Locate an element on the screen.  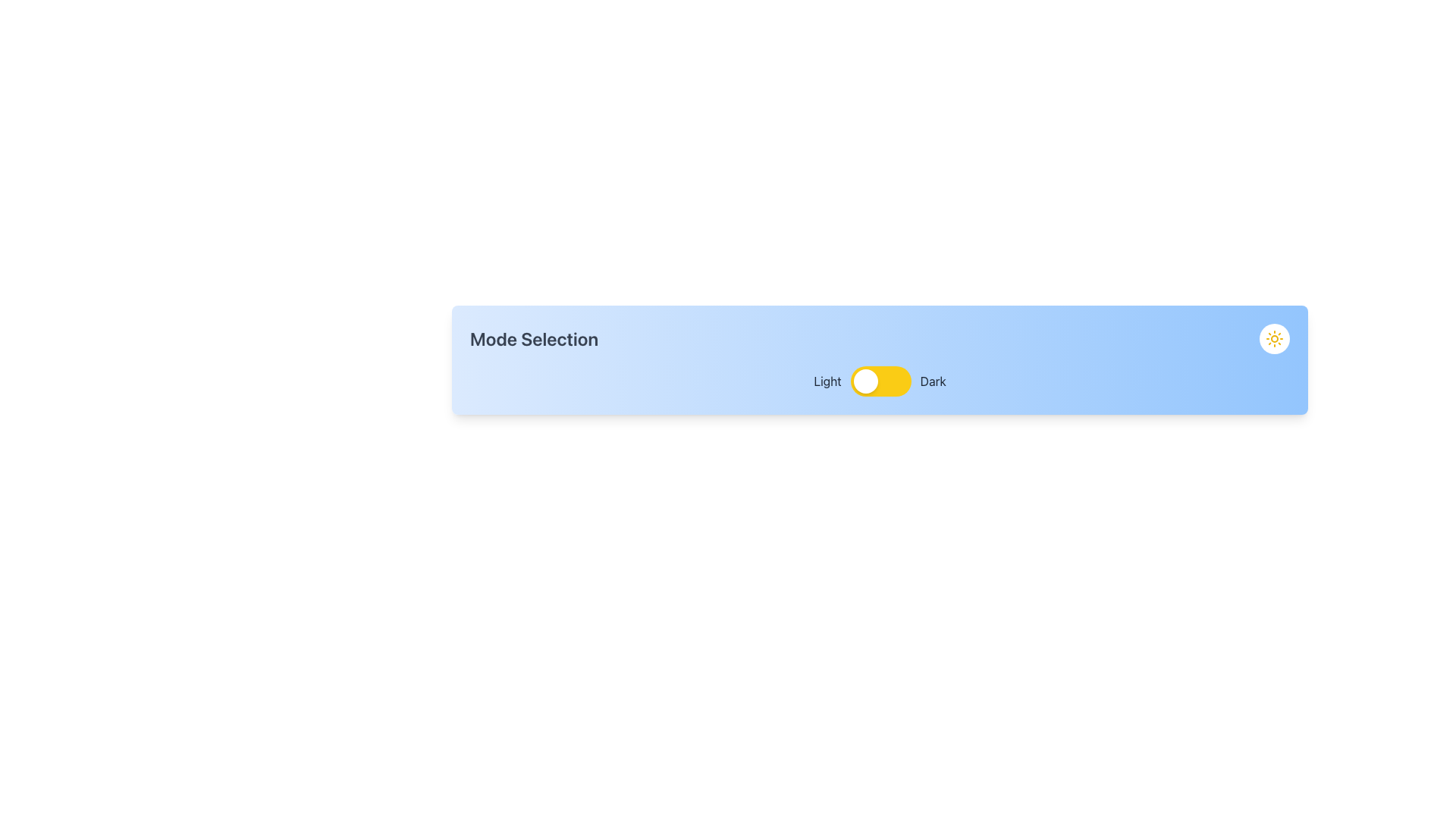
the mode change button located at the far right of the mode selection toolbar to change the mode is located at coordinates (1274, 338).